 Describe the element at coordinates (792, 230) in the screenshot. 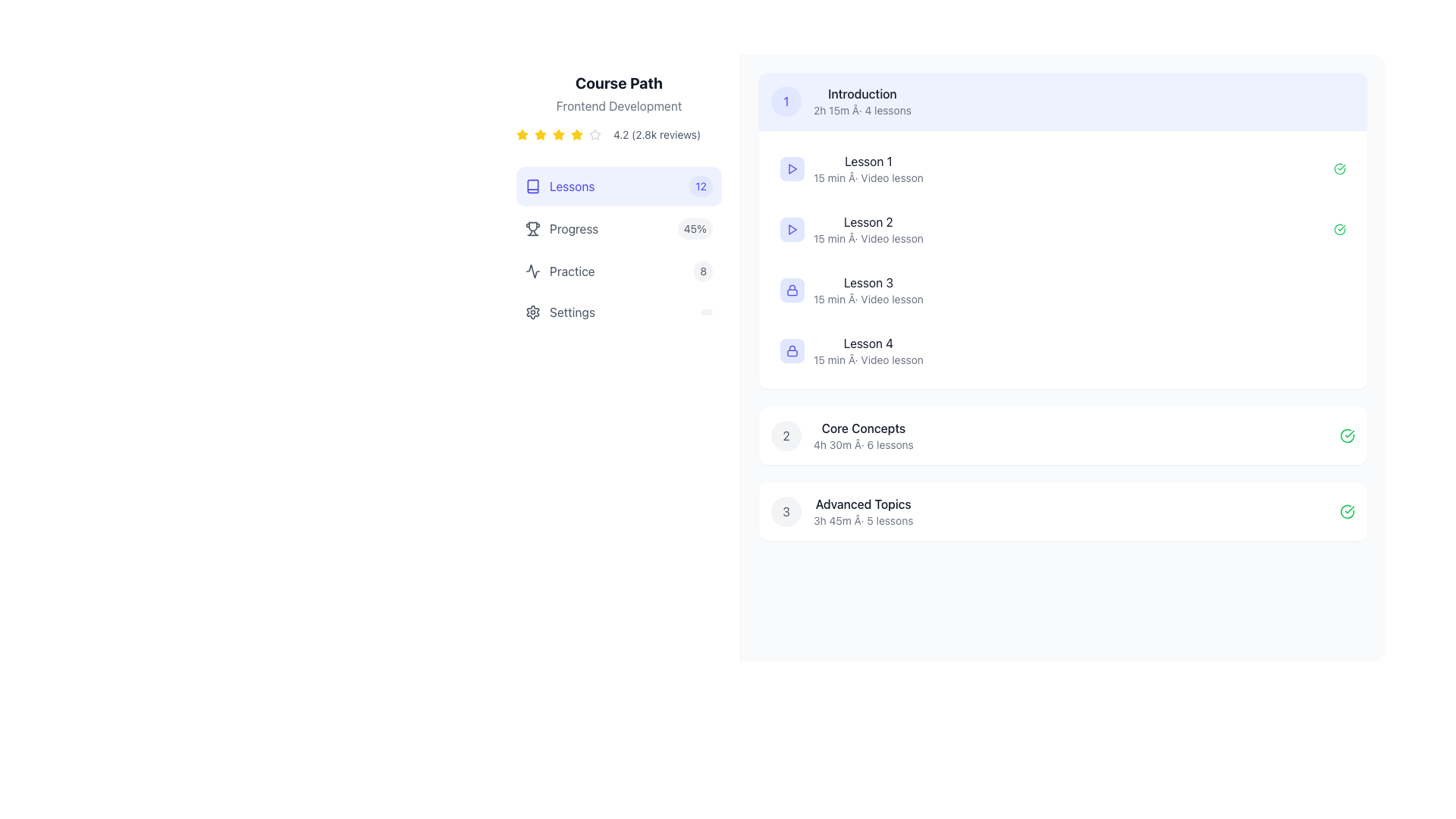

I see `the circular button located to the left of the text 'Lesson 2'` at that location.